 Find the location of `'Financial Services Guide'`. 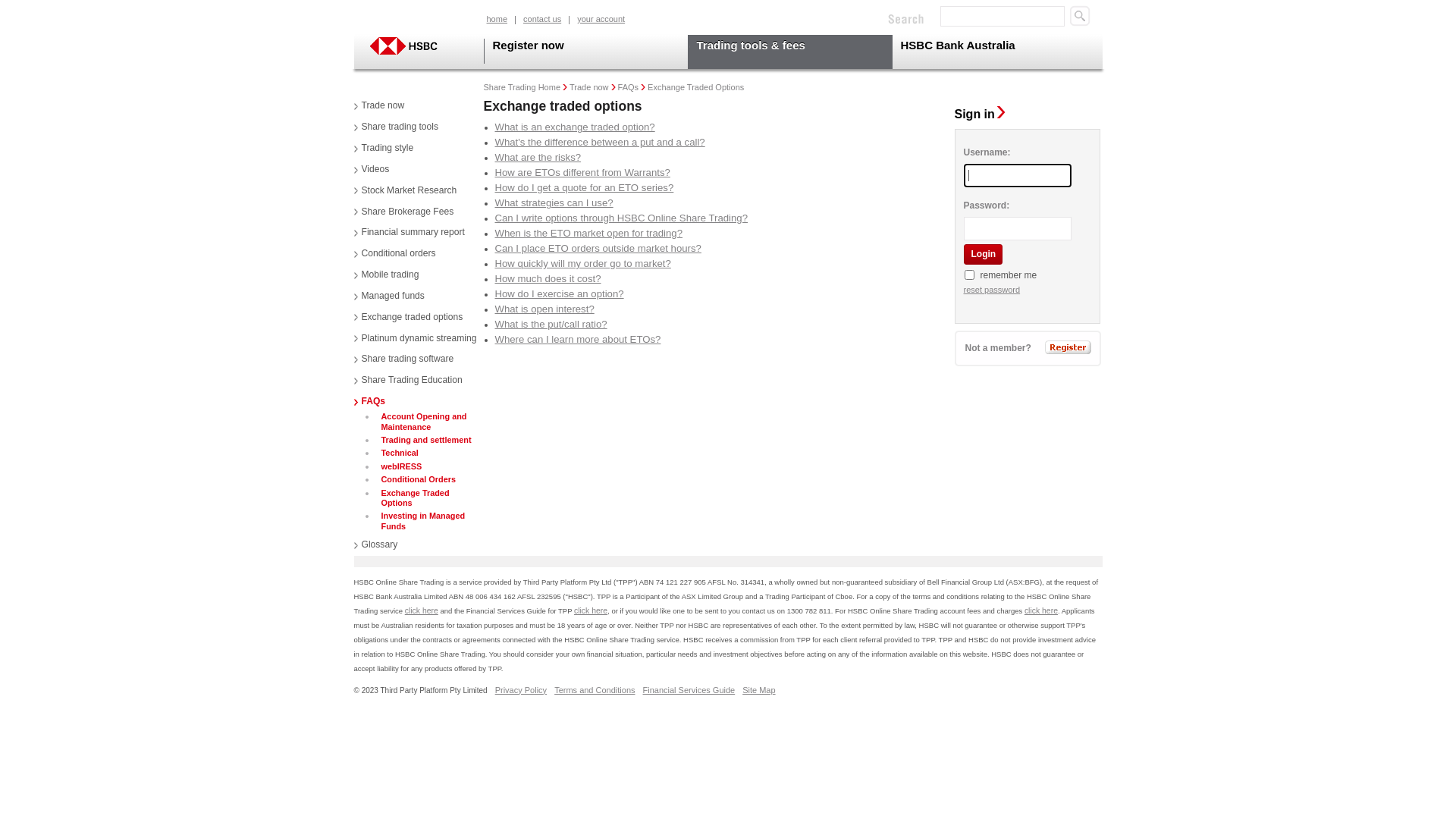

'Financial Services Guide' is located at coordinates (688, 690).